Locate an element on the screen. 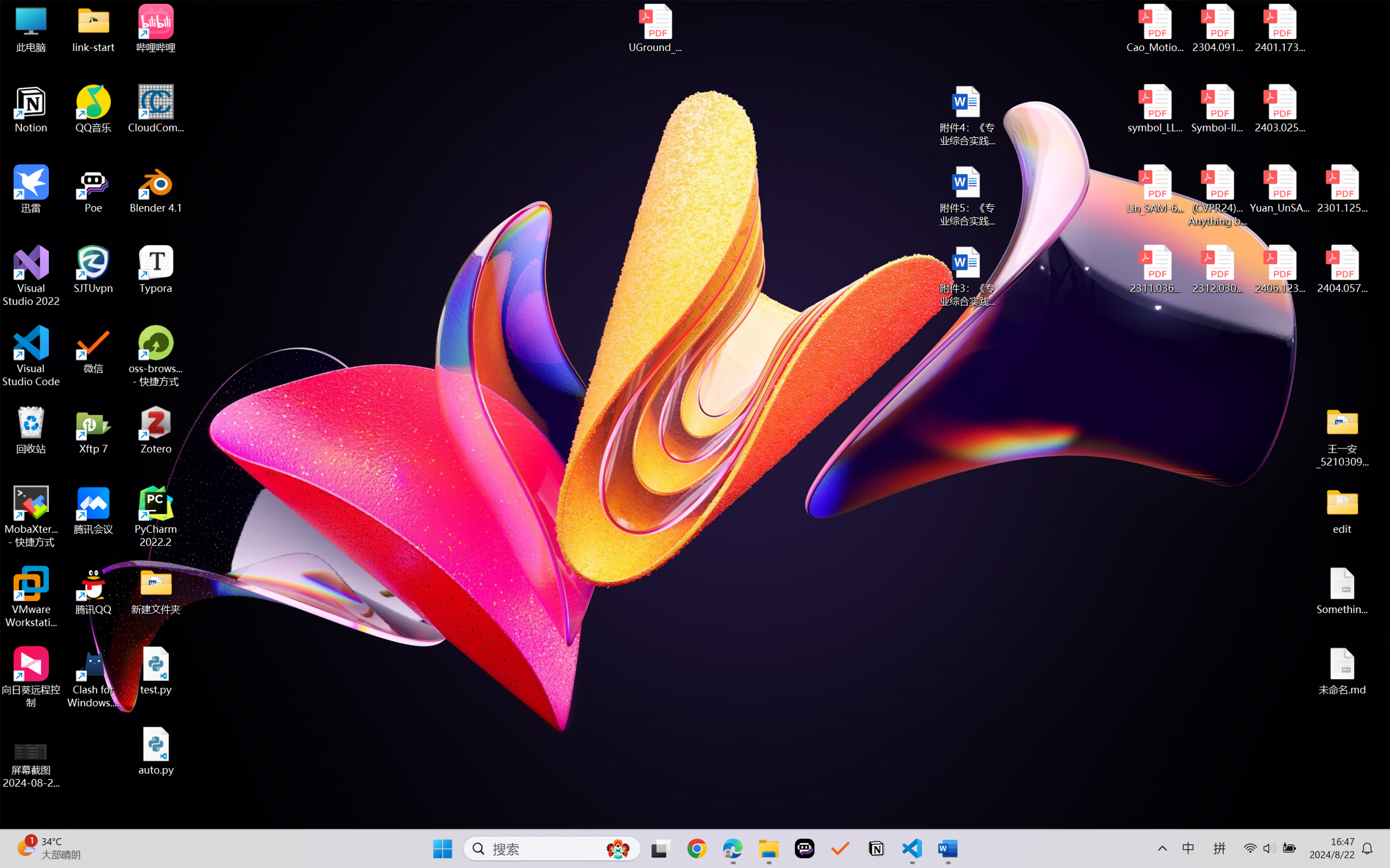  '2403.02502v1.pdf' is located at coordinates (1279, 109).